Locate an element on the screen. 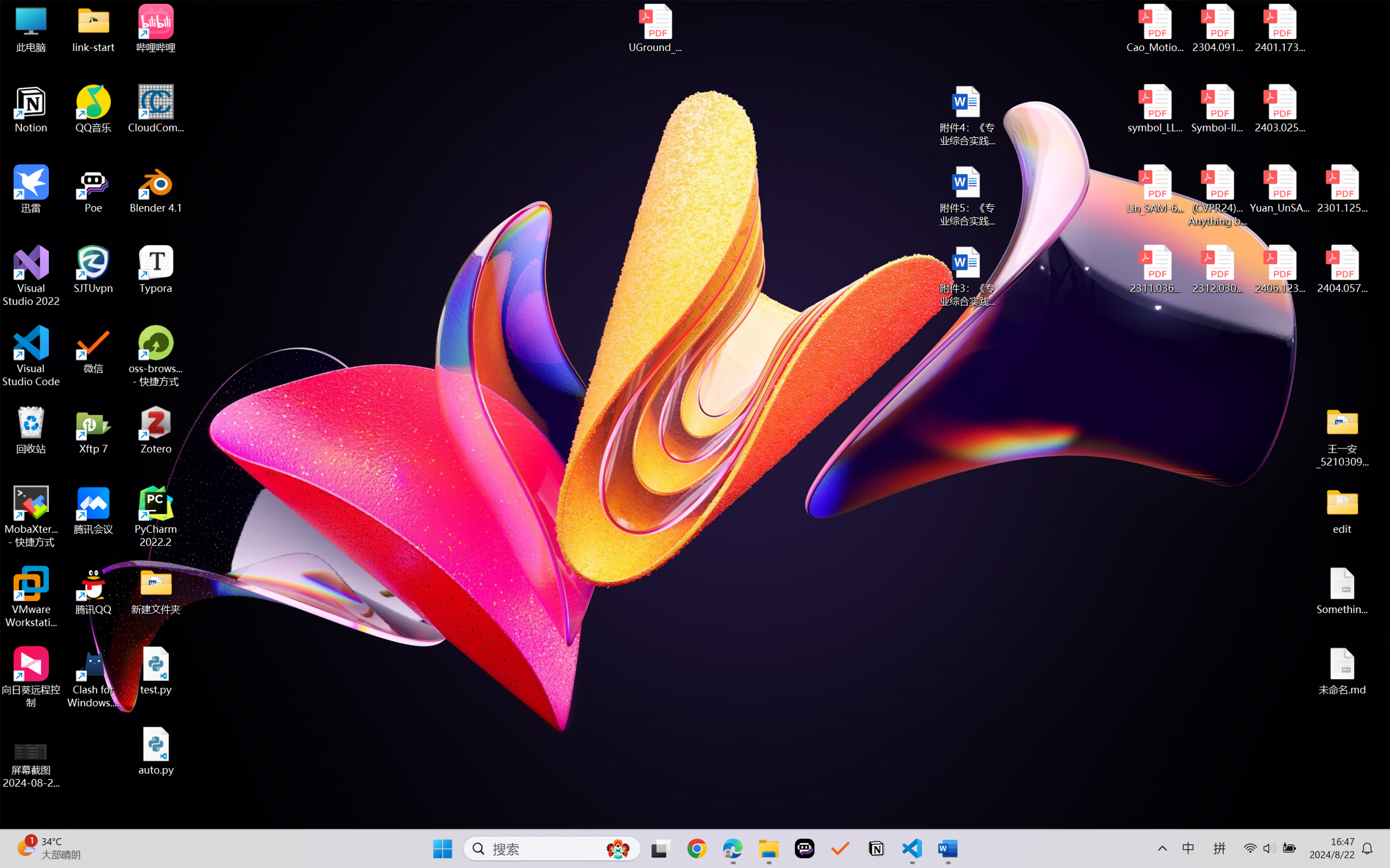  '2403.02502v1.pdf' is located at coordinates (1279, 109).